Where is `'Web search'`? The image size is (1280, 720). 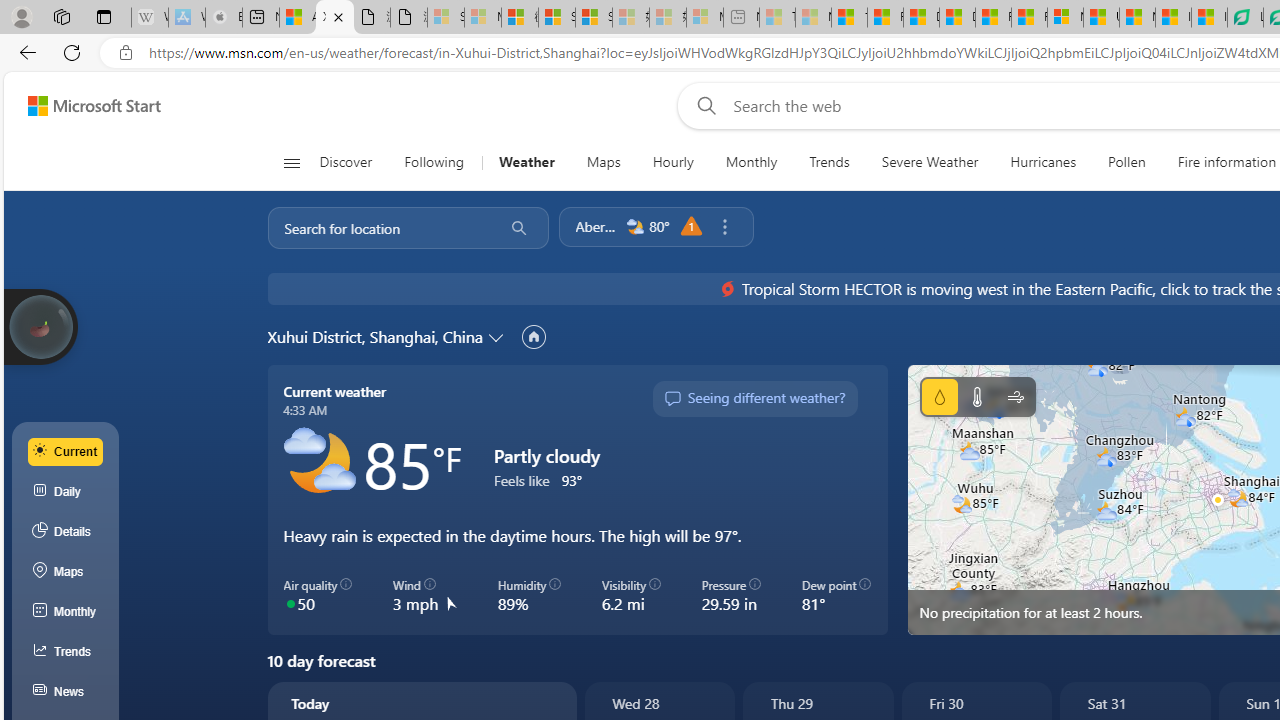 'Web search' is located at coordinates (702, 105).